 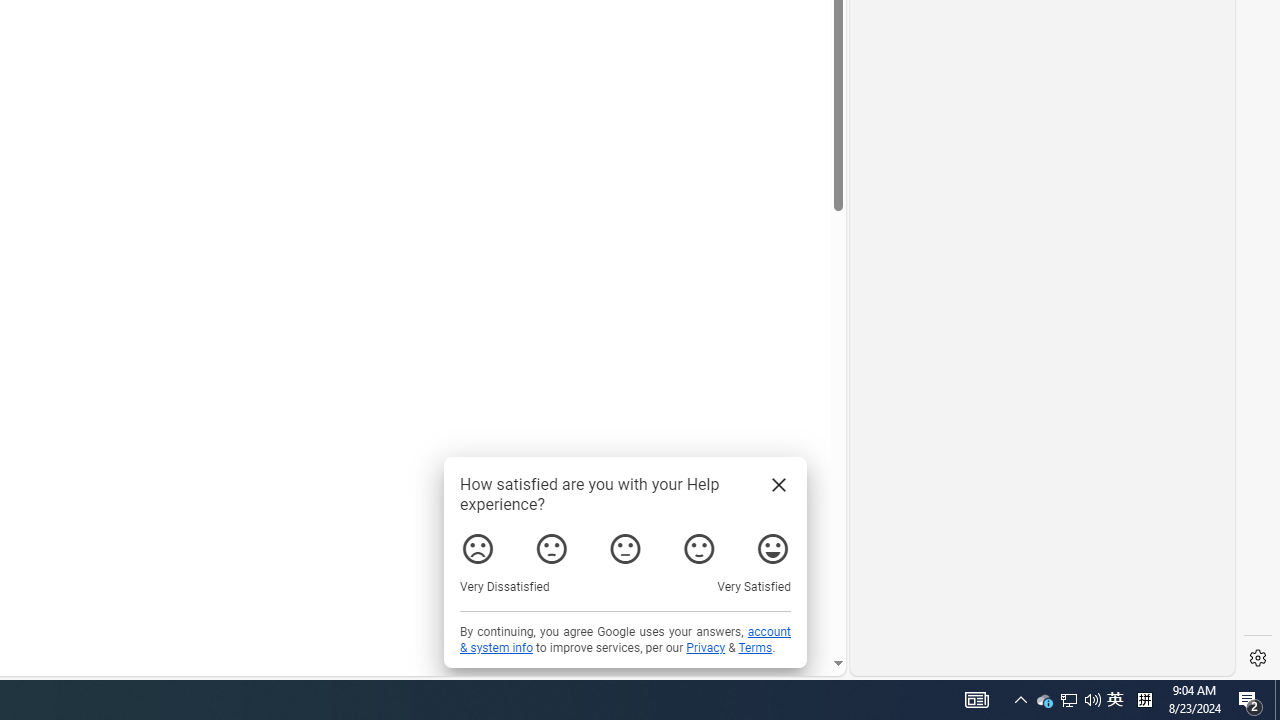 I want to click on 'Smiley 4 of 5. Somewhat satisfied', so click(x=699, y=549).